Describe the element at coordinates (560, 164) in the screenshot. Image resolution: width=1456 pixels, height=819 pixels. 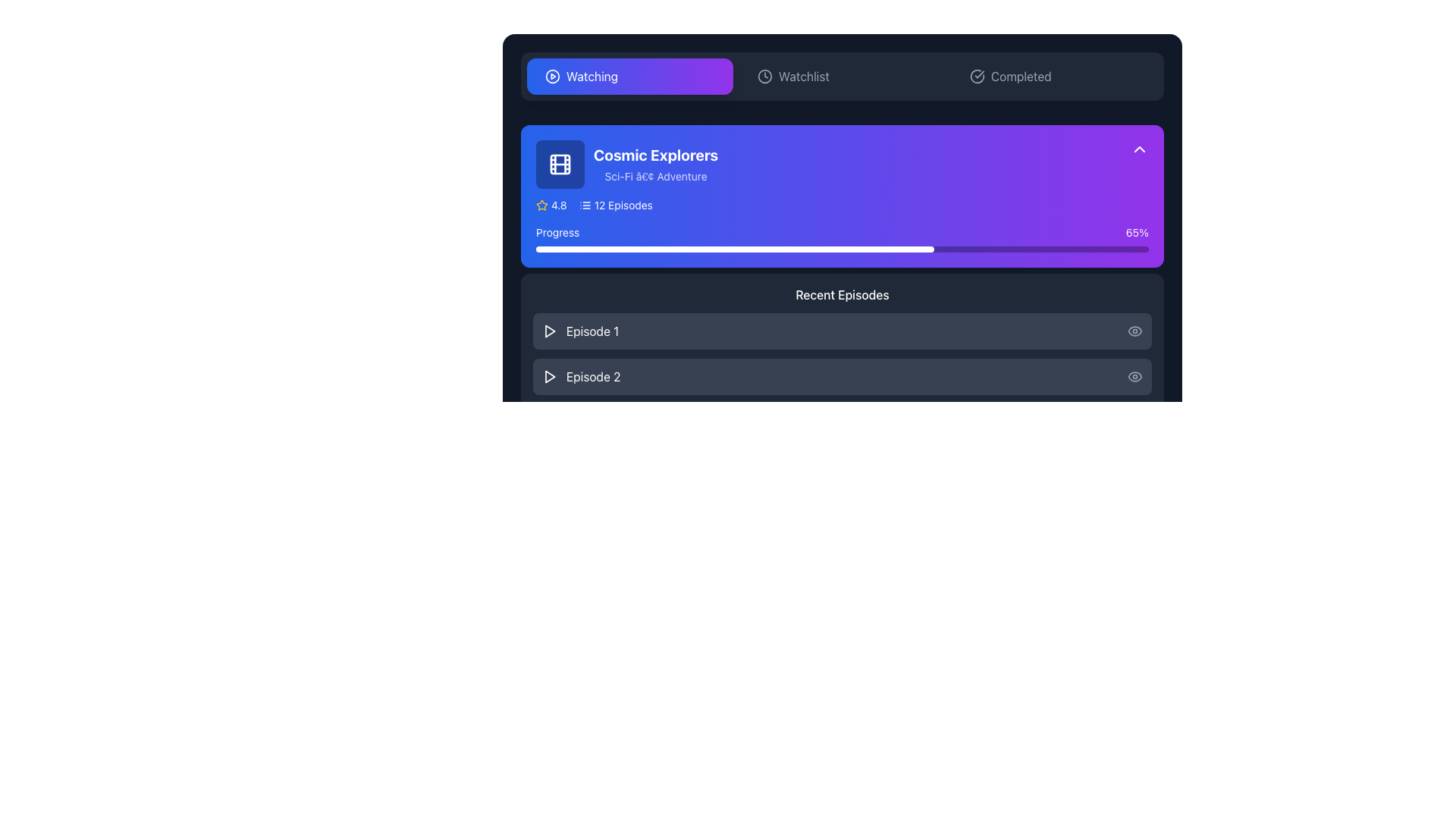
I see `the icon representing 'Cosmic Explorers', located to the left of the title and details` at that location.